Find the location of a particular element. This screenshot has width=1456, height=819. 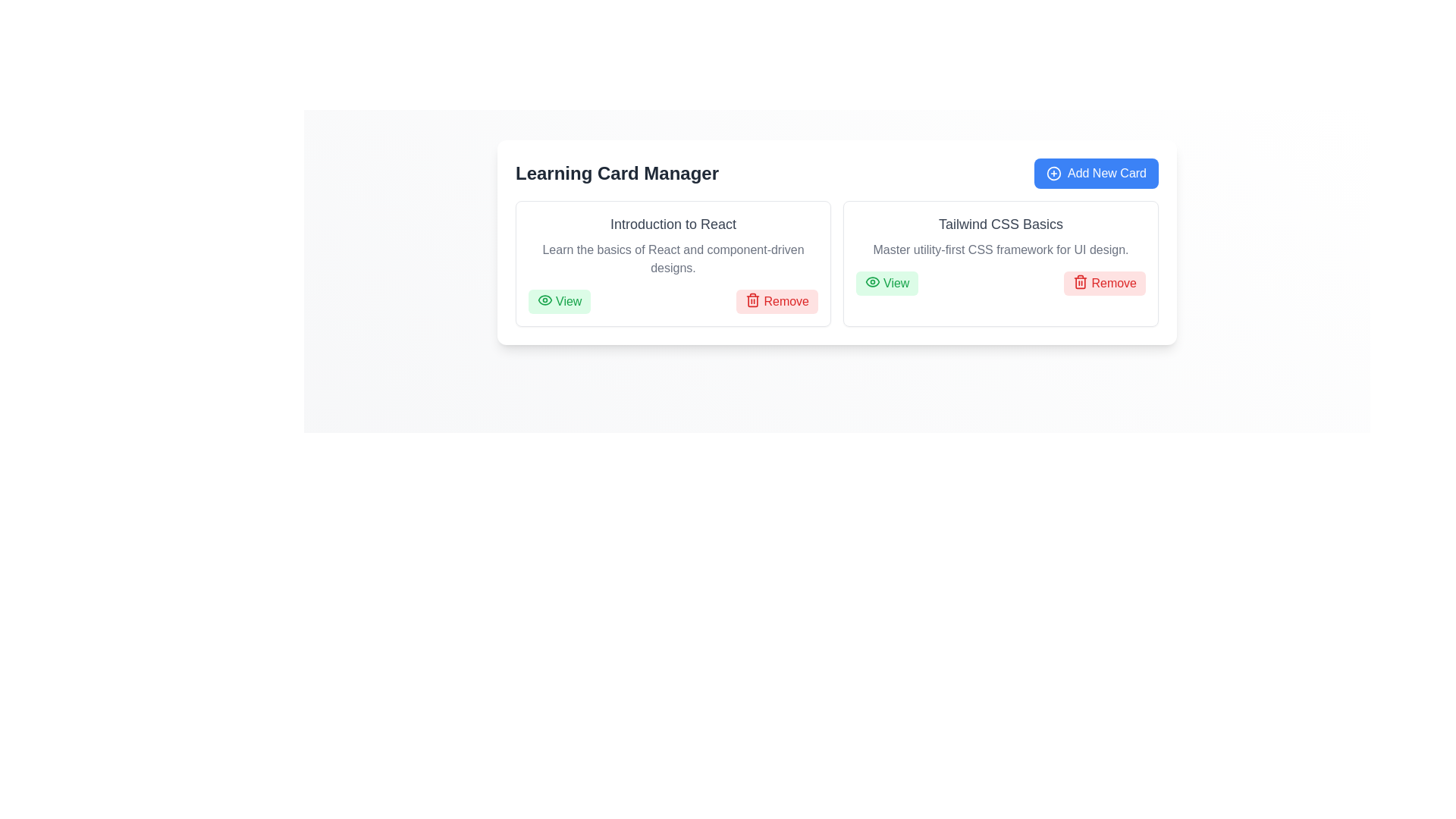

the left-side green 'View' button icon that is part of the second card titled 'Tailwind CSS Basics' in the application UI is located at coordinates (873, 281).